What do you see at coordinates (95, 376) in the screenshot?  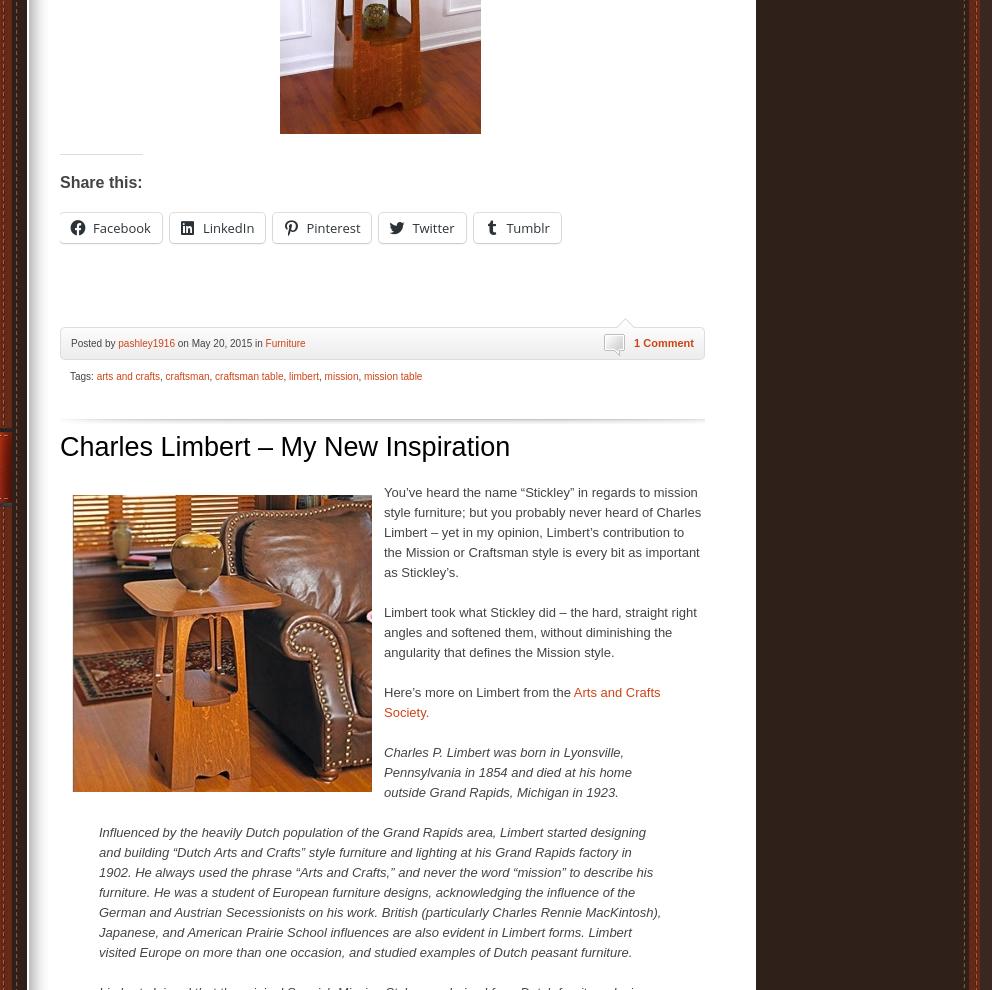 I see `'arts and crafts'` at bounding box center [95, 376].